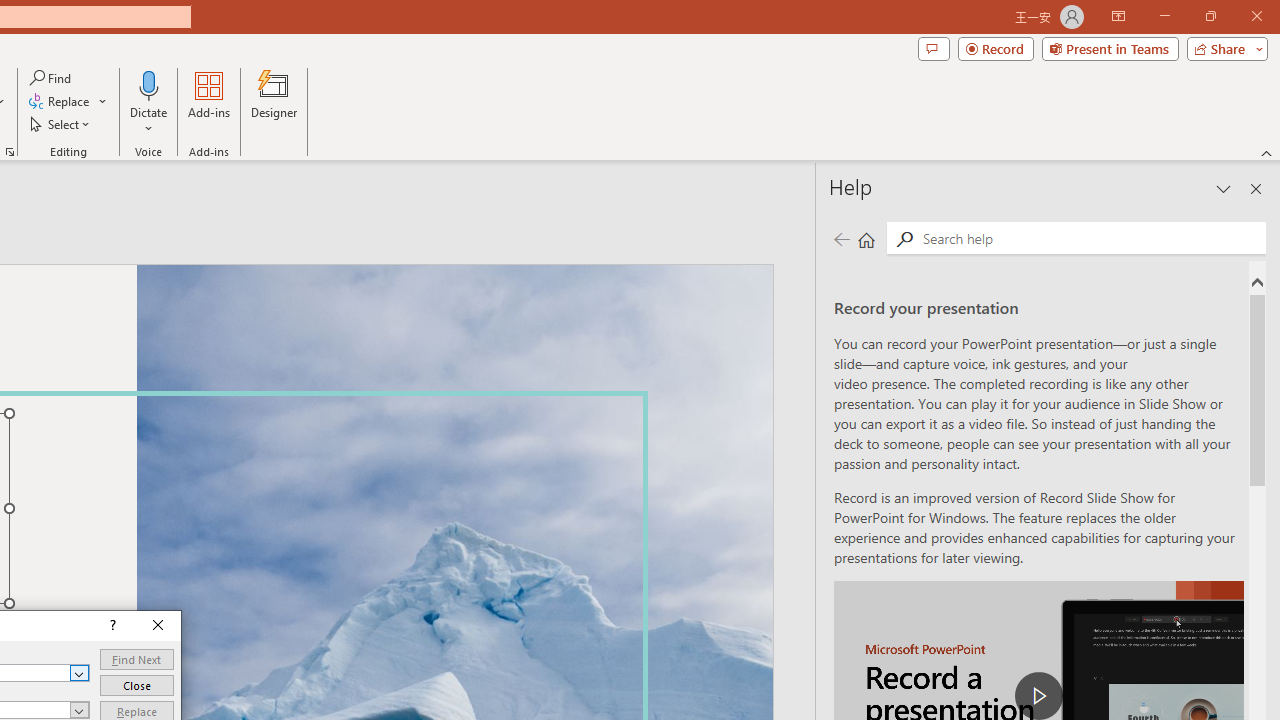 The image size is (1280, 720). Describe the element at coordinates (841, 238) in the screenshot. I see `'Previous page'` at that location.